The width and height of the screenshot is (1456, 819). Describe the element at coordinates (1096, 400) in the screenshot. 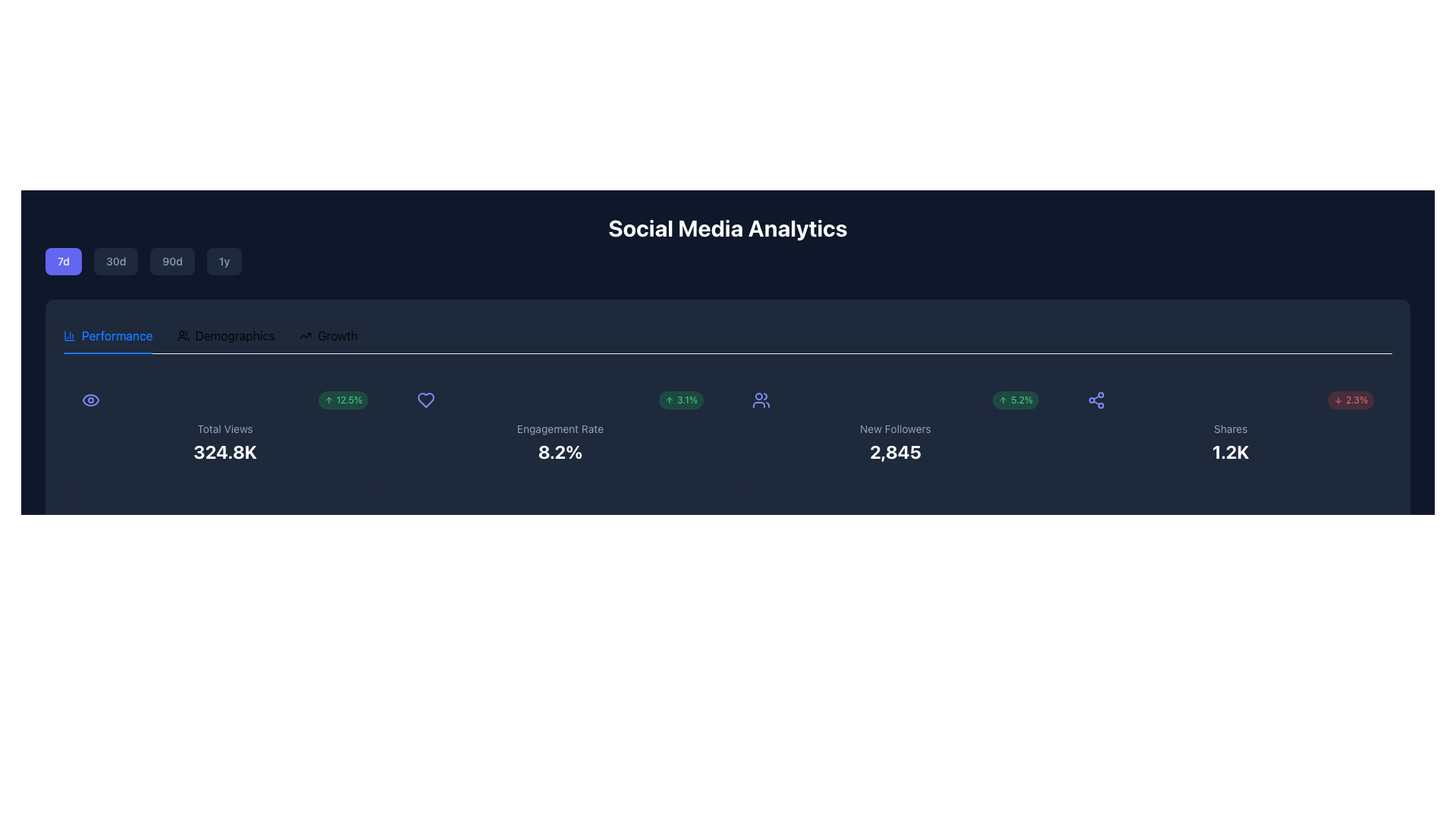

I see `the blue SVG graphic icon representing the share functionality, located in the 'Shares' section of the analytics dashboard, positioned left of the '1.2K' text and below the 'Shares' label` at that location.